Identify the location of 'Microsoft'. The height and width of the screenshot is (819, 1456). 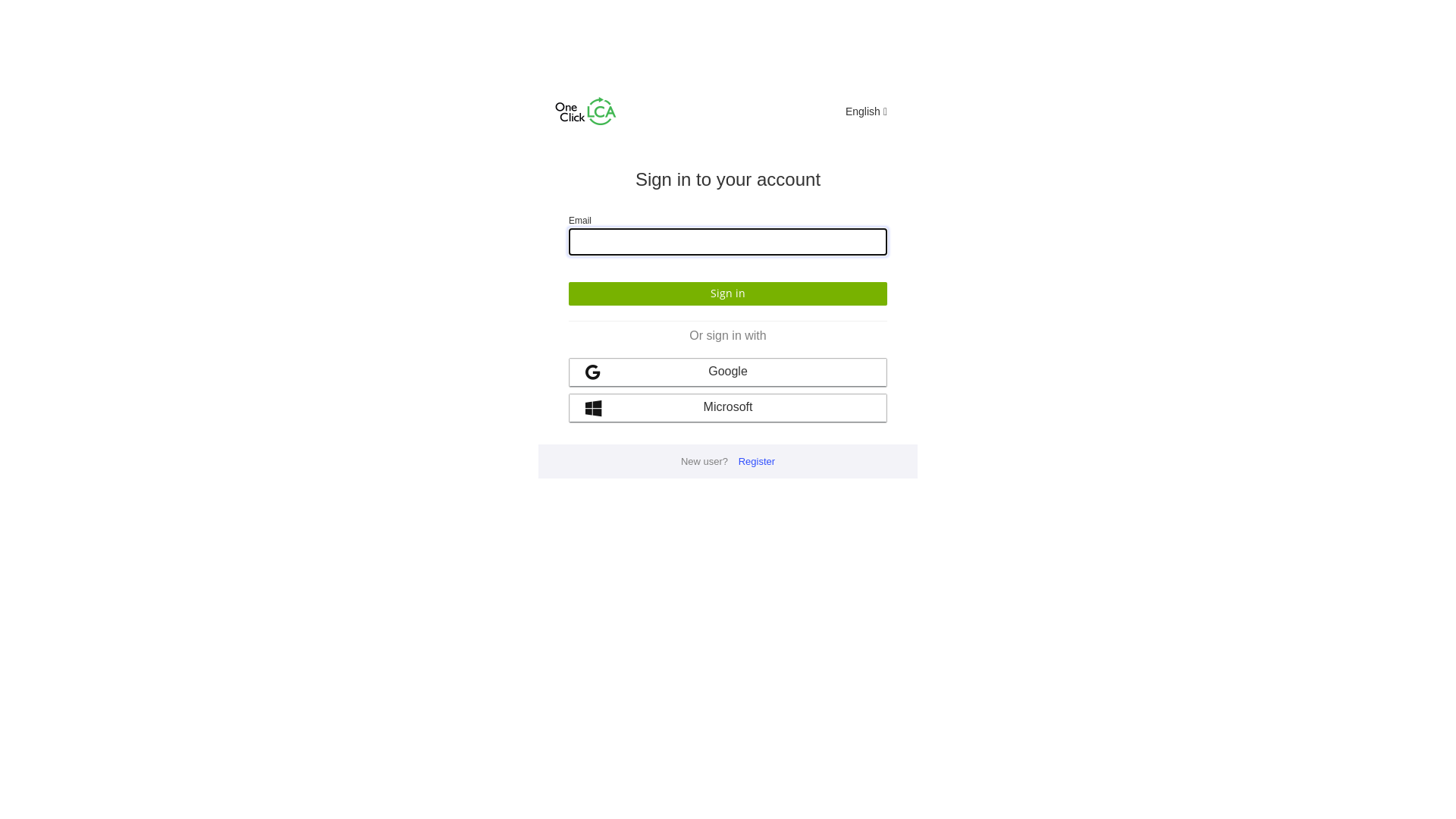
(728, 407).